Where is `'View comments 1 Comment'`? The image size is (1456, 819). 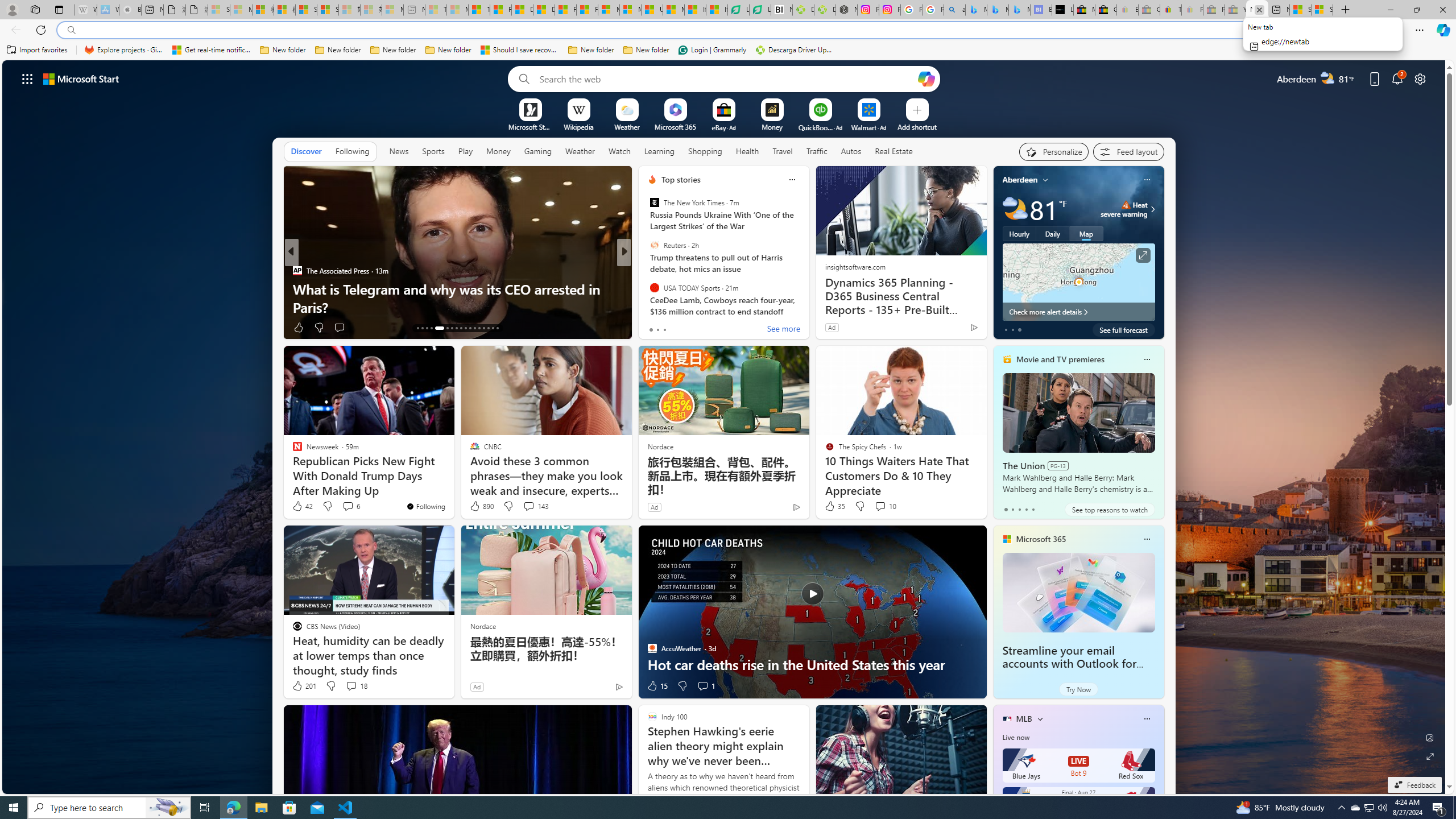 'View comments 1 Comment' is located at coordinates (705, 686).